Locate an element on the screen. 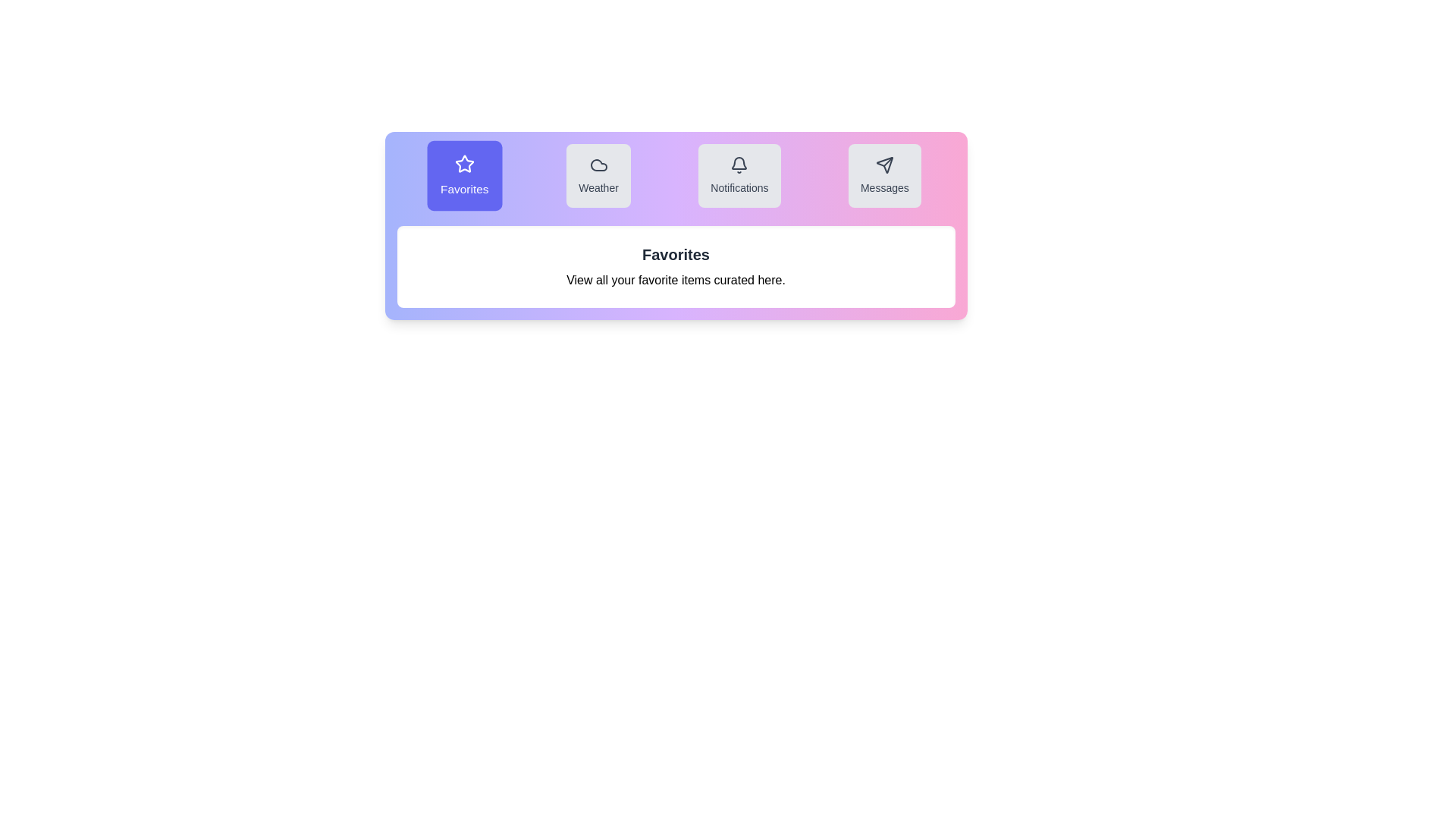 This screenshot has height=819, width=1456. the tab labeled Favorites to switch to its content view is located at coordinates (464, 174).